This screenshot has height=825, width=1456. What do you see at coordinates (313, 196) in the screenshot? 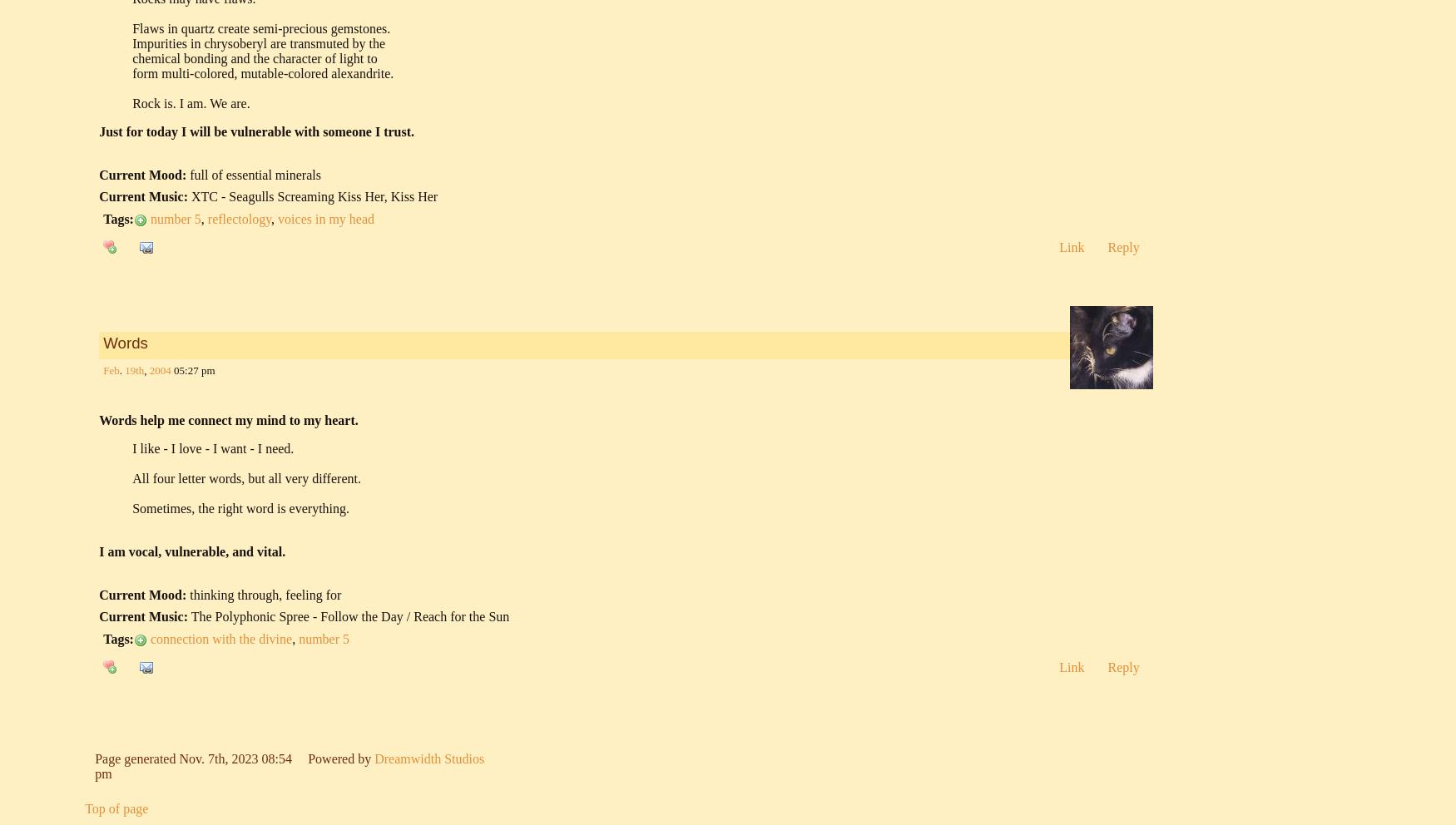
I see `'XTC - Seagulls Screaming Kiss Her, Kiss Her'` at bounding box center [313, 196].